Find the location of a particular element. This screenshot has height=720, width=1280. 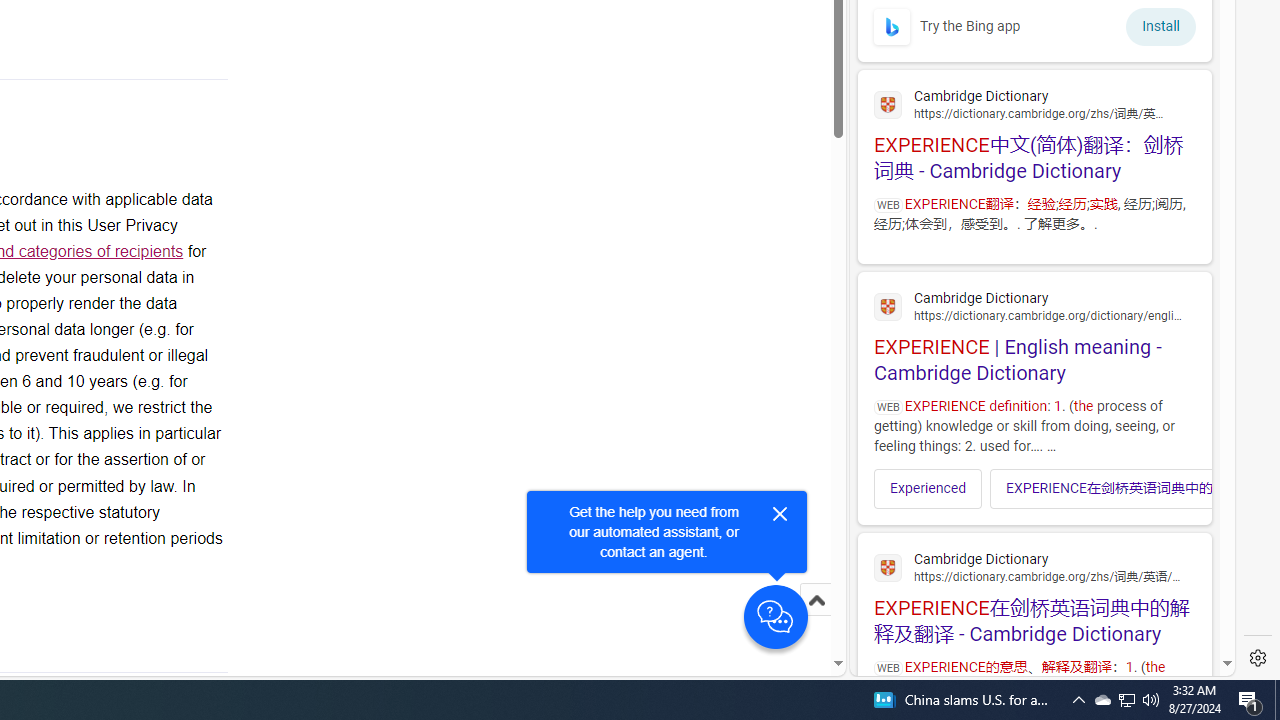

'EXPERIENCE | English meaning - Cambridge Dictionary' is located at coordinates (1034, 333).